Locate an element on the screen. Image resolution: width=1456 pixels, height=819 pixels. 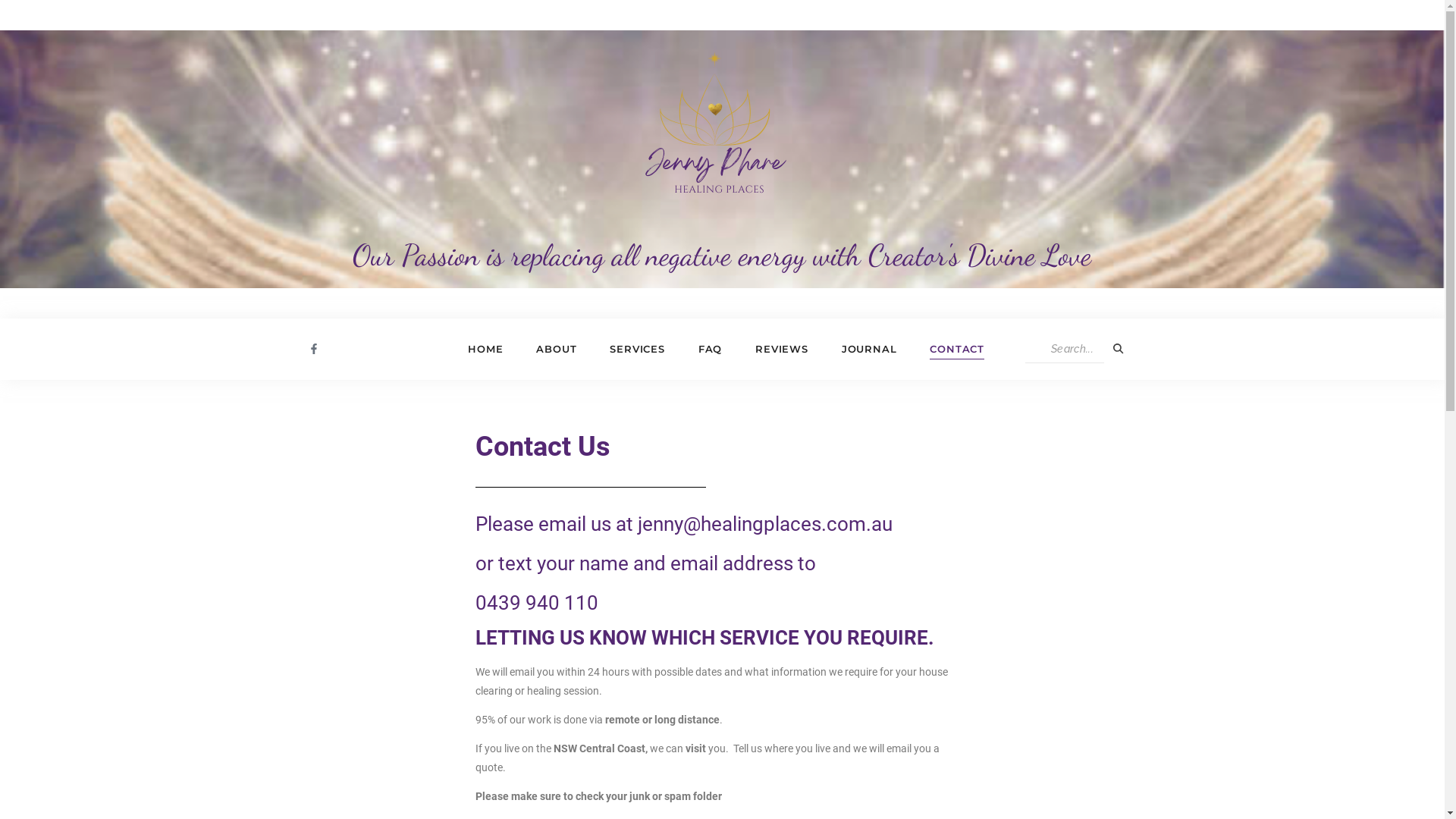
'SERVICES' is located at coordinates (600, 349).